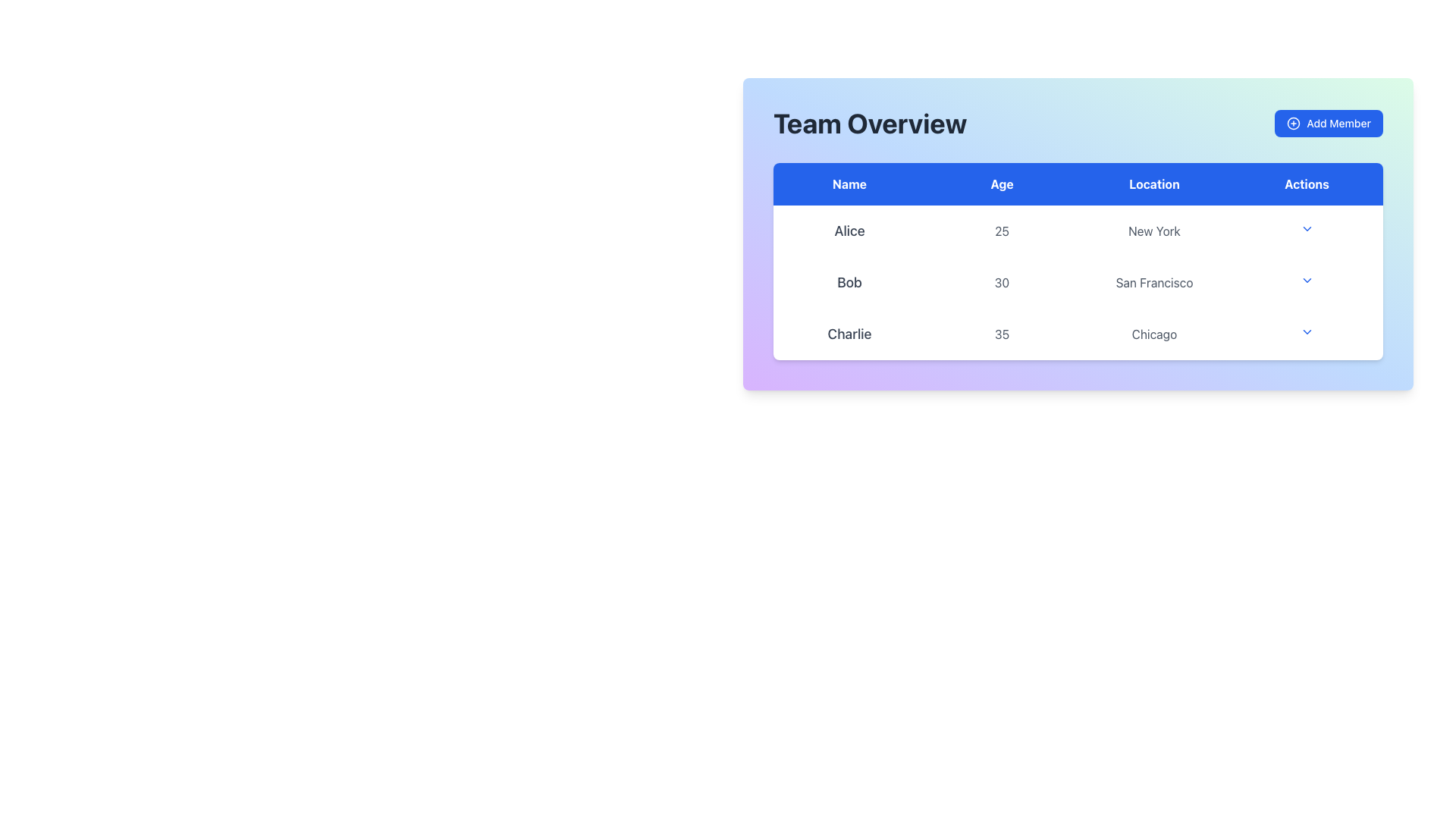  Describe the element at coordinates (1153, 231) in the screenshot. I see `the 'New York' text label located in the 'Location' column of the table, which is styled for readability and appears in gray font, associated with the row for 'Alice'` at that location.